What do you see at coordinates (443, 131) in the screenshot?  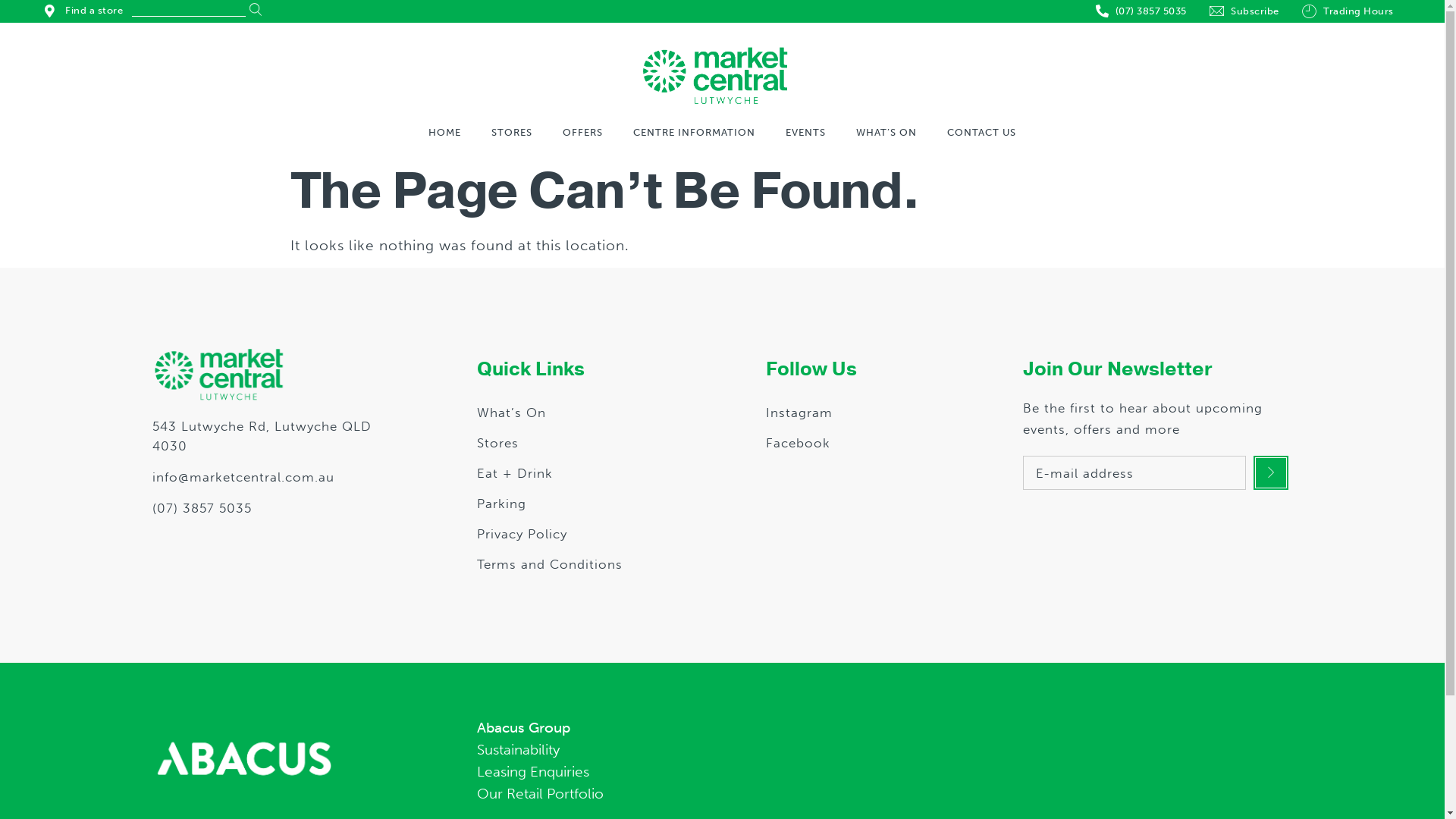 I see `'HOME'` at bounding box center [443, 131].